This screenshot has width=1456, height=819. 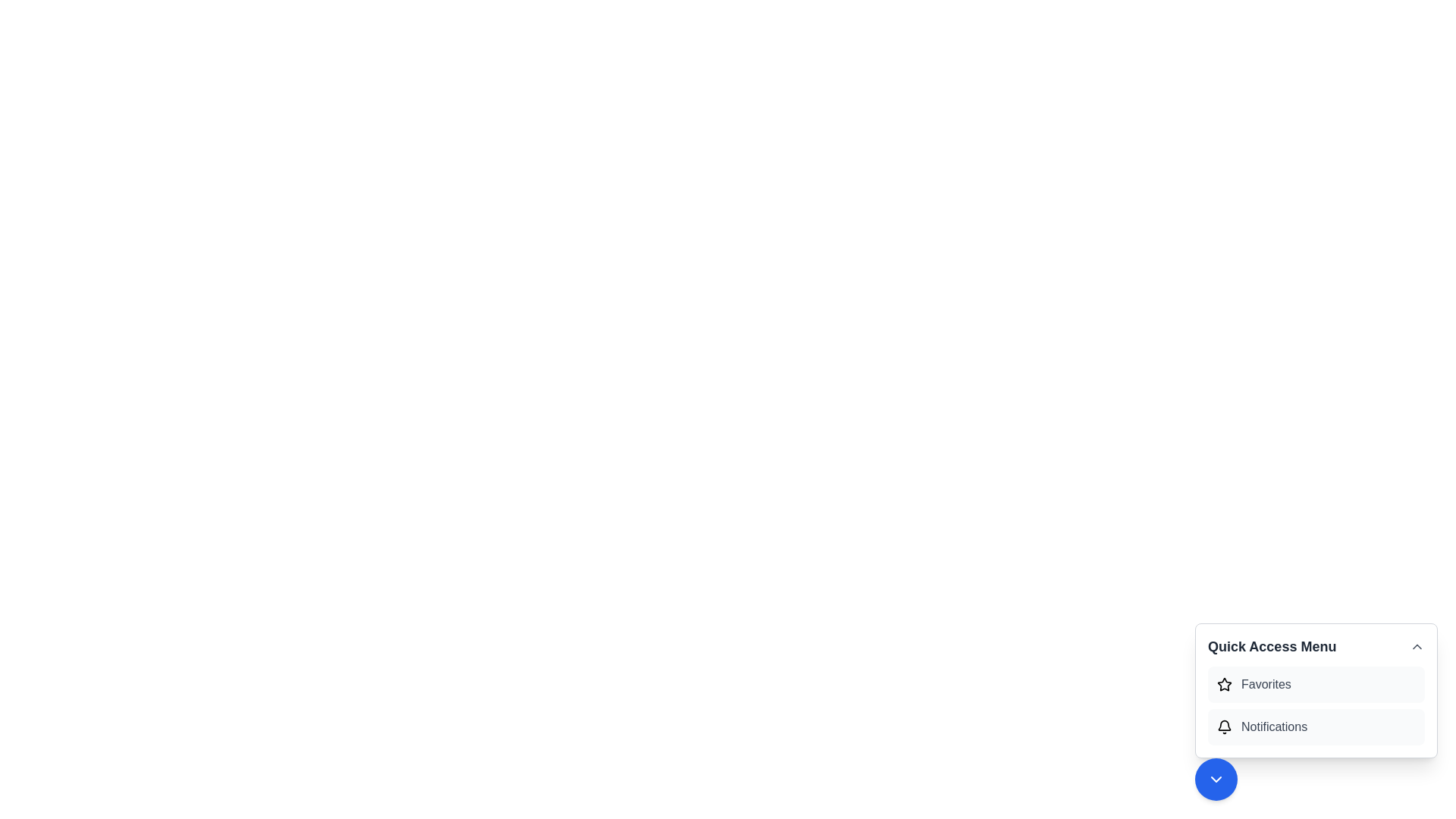 I want to click on the 'Favorites' icon in the 'Quick Access Menu' section, which is located to the left of the text content 'Favorites', so click(x=1224, y=684).